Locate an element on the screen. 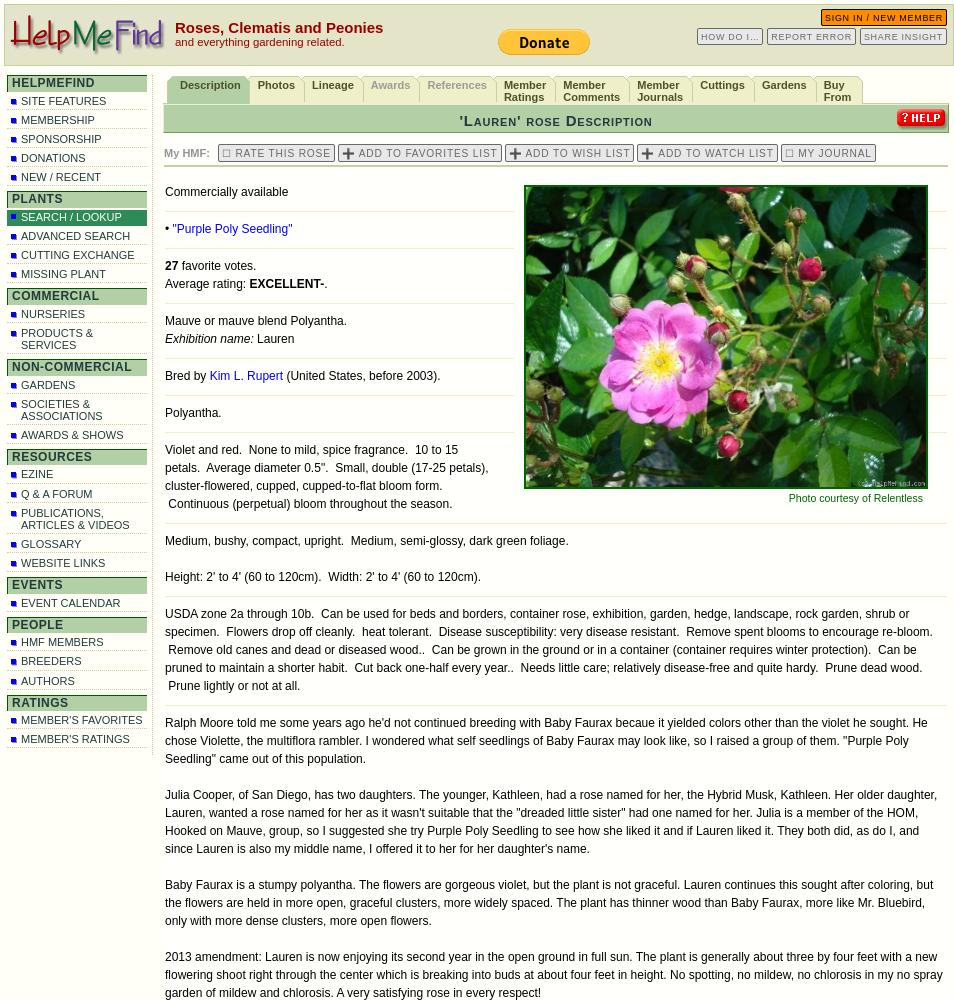  'HMF MEMBERS' is located at coordinates (61, 642).